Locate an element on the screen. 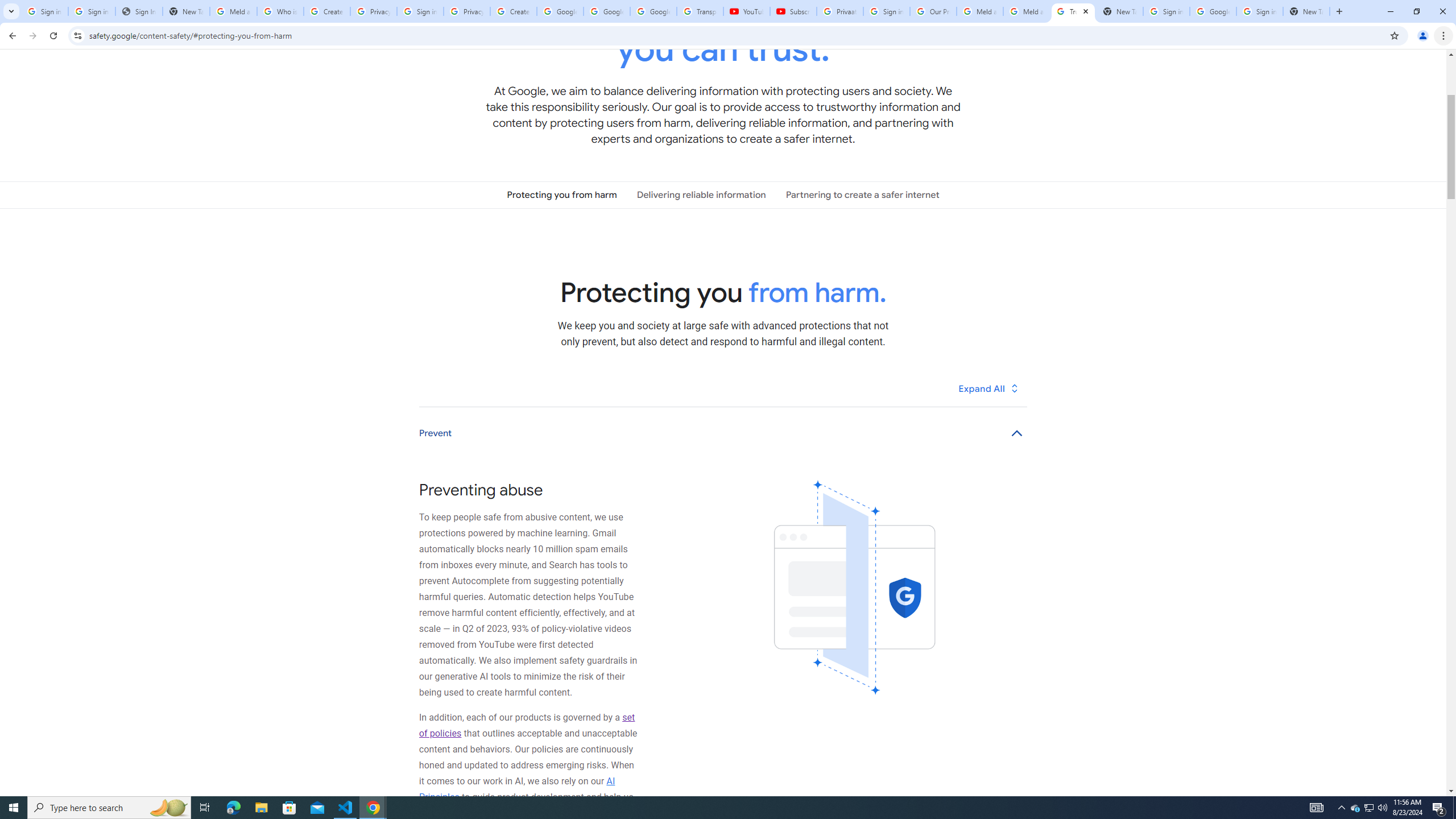 This screenshot has height=819, width=1456. 'Create your Google Account' is located at coordinates (512, 11).